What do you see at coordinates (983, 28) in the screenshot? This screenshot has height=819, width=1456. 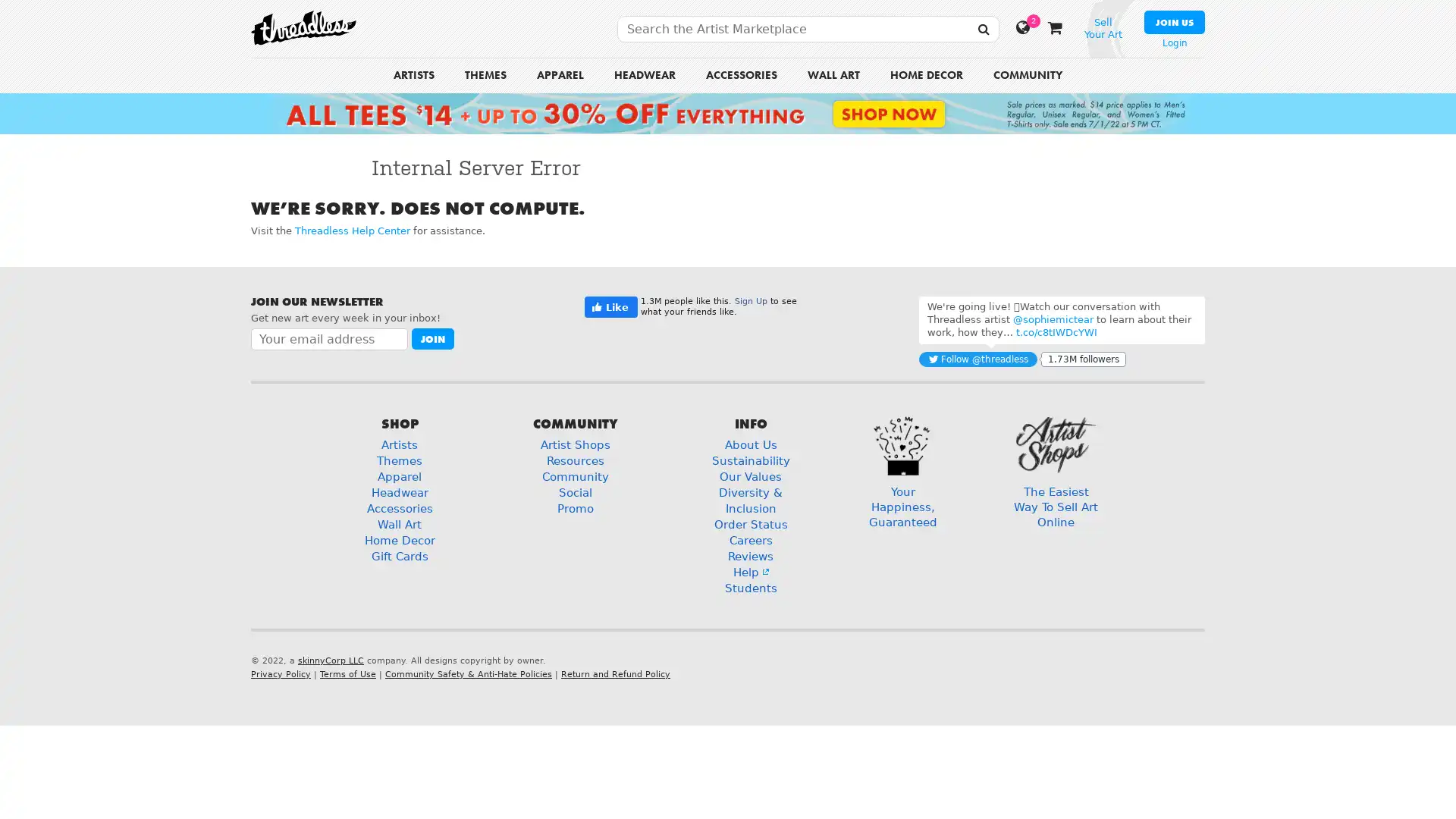 I see `SEARCH THREADLESS` at bounding box center [983, 28].